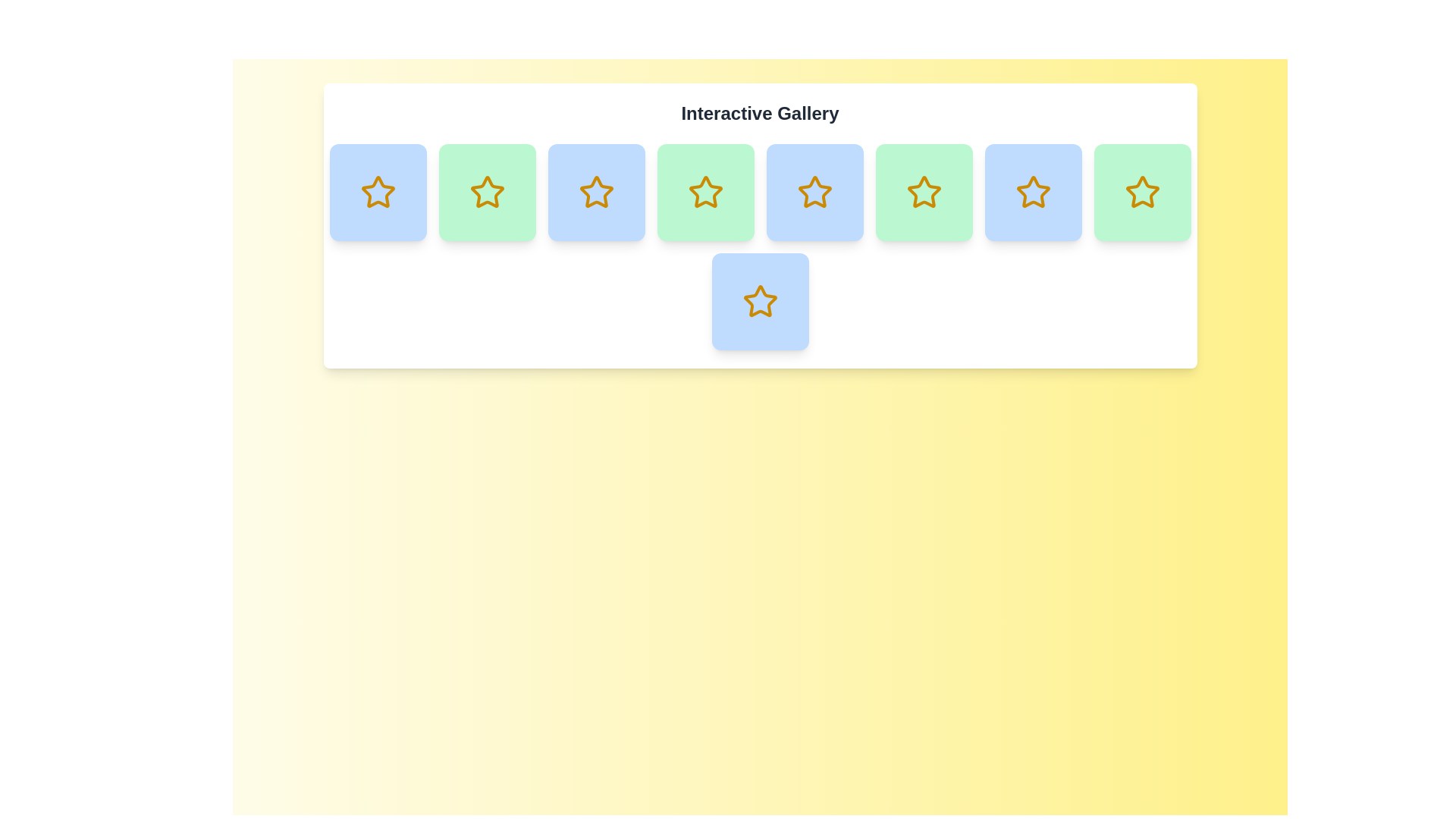  I want to click on the decorative square with a yellow outlined star at the center, which is the third square from the left in the top row of a grid-like layout, so click(595, 192).